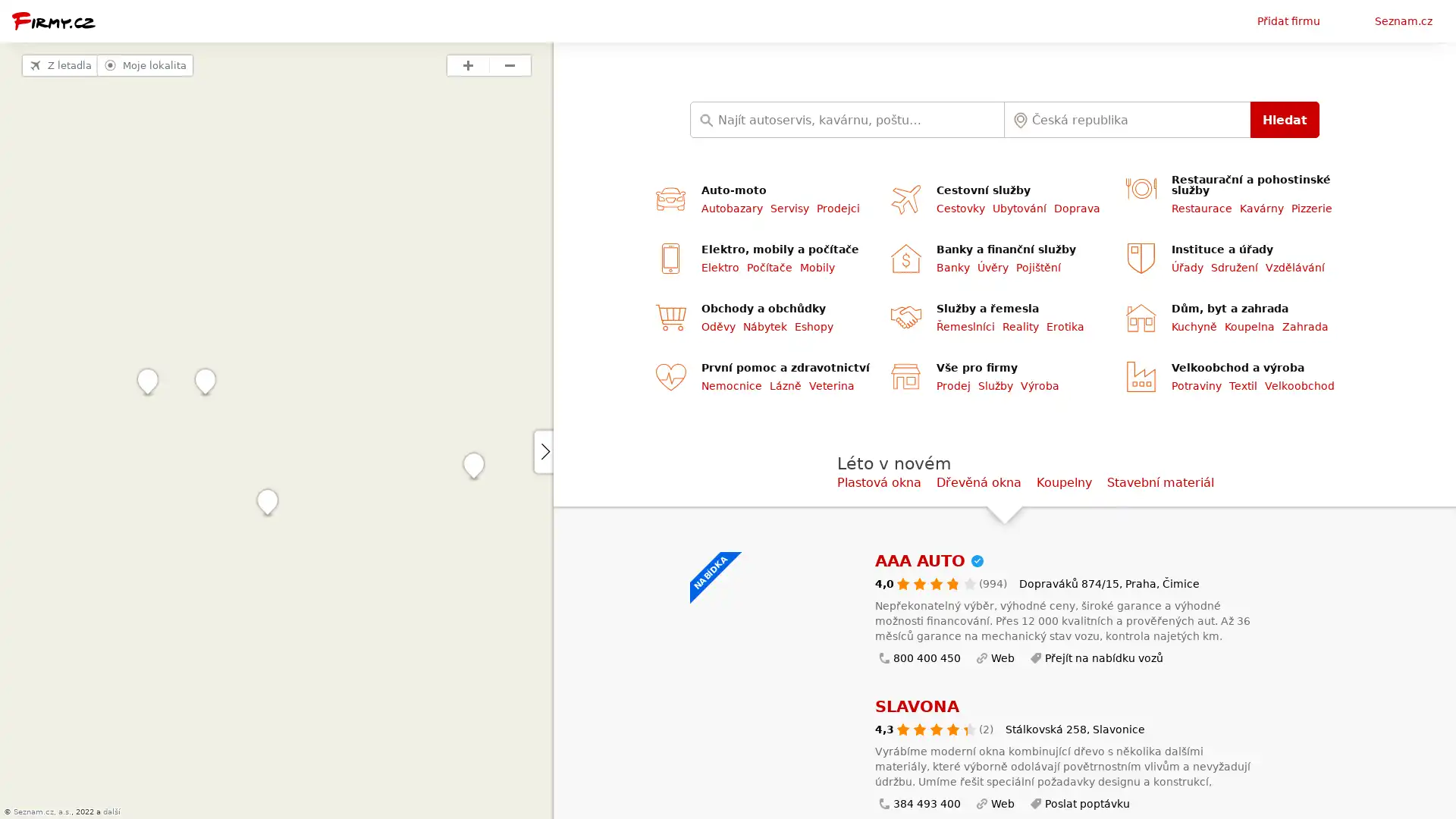  I want to click on Poslat poptavku, so click(1076, 803).